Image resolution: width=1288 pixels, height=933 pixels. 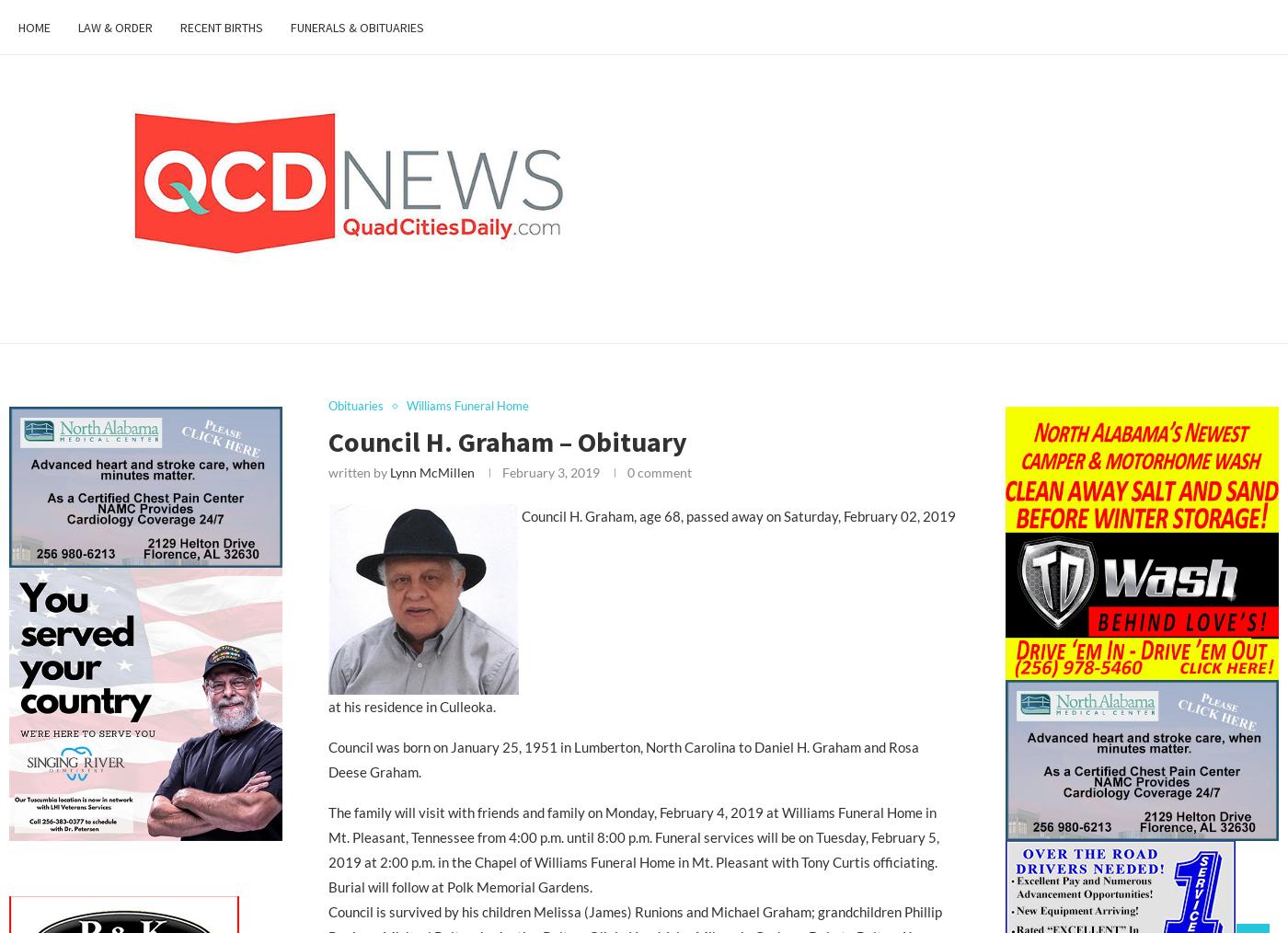 I want to click on 'Council H. Graham, age 68, passed away on Saturday, February 02, 2019 at his residence in Culleoka.', so click(x=641, y=610).